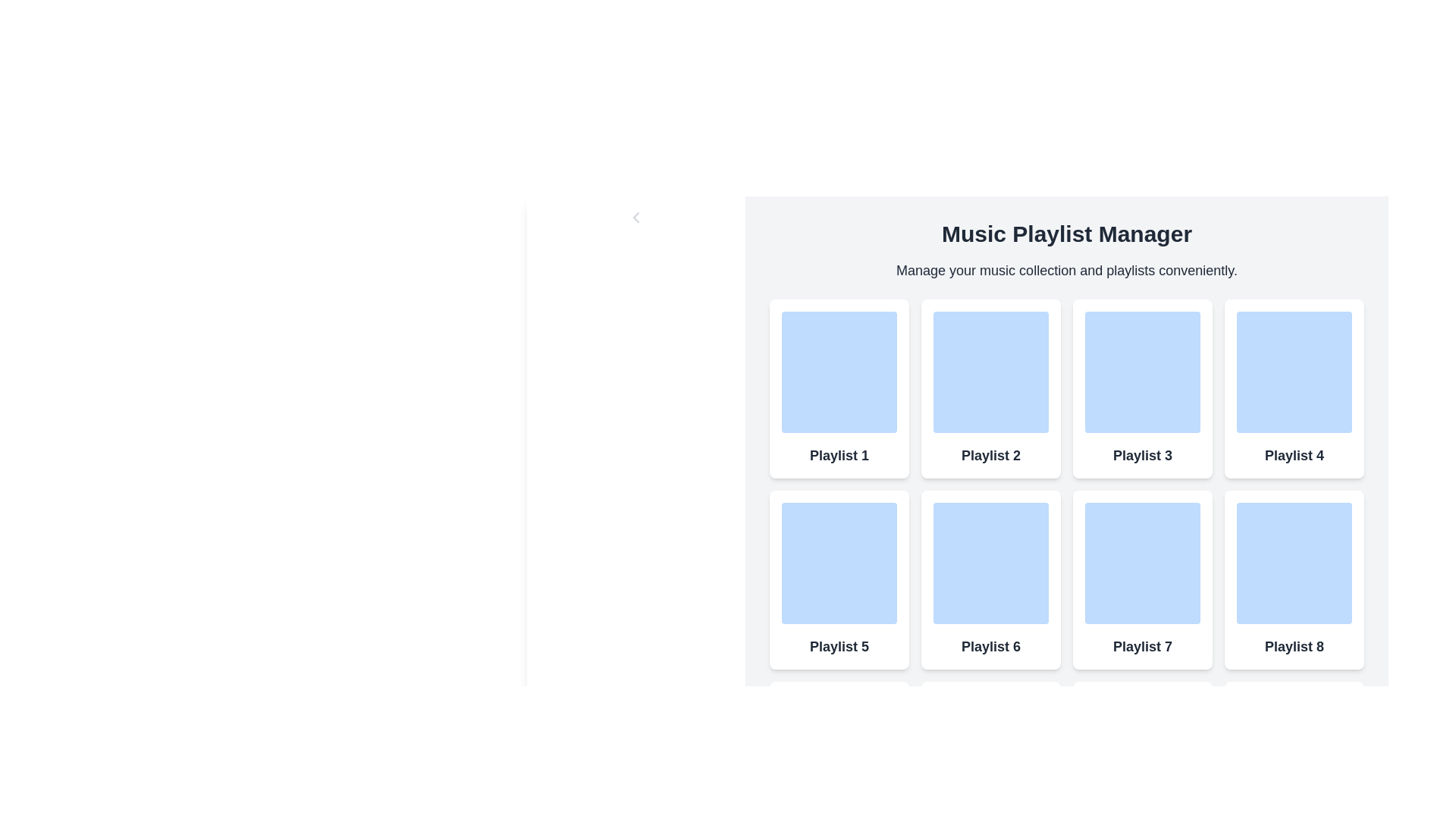 The image size is (1456, 819). I want to click on text displayed in the Text Label that shows 'Playlist 2', which is a bold, large font style located in the second playlist card of the grid layout, so click(990, 455).